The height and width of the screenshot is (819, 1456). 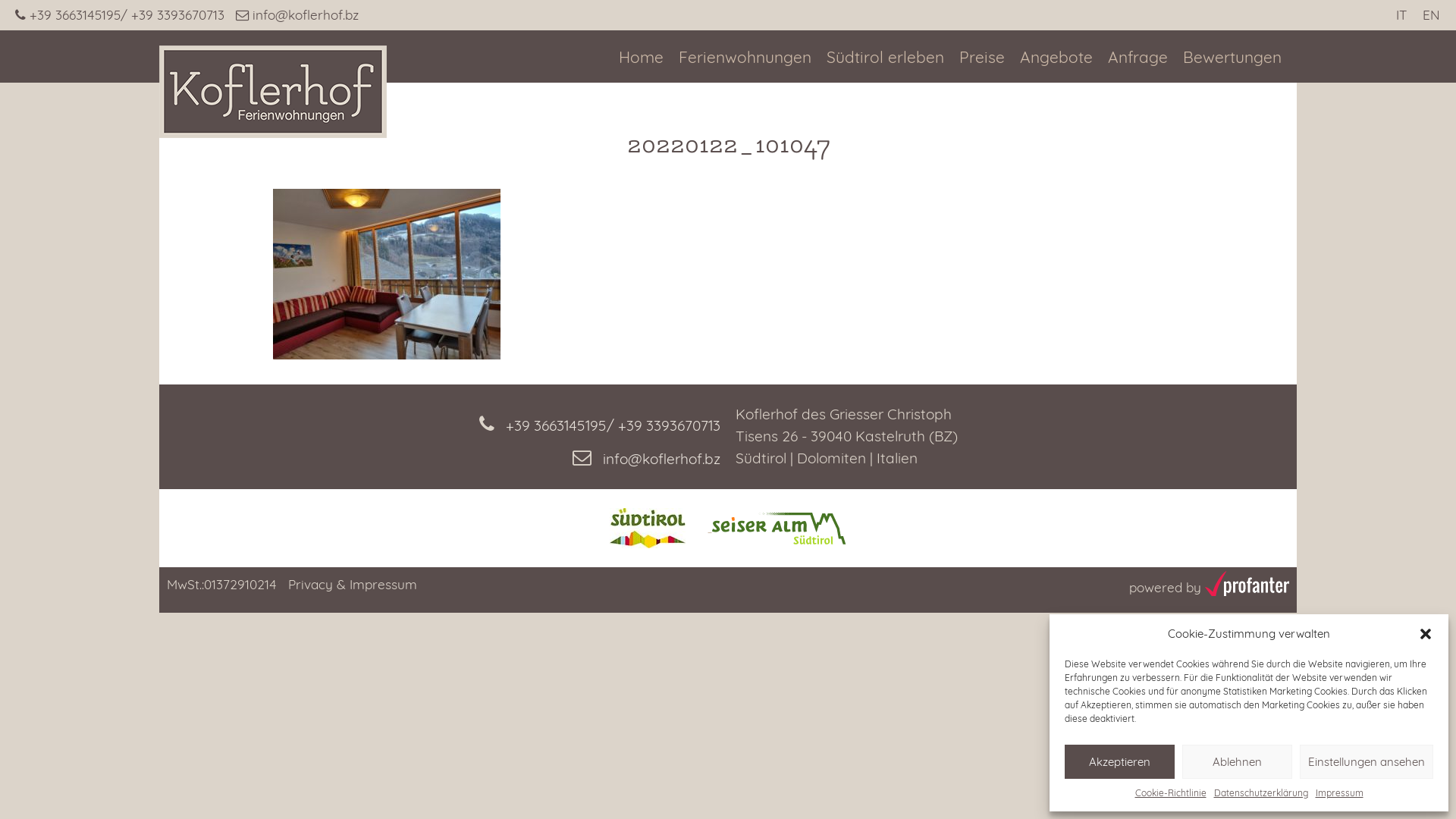 What do you see at coordinates (1430, 14) in the screenshot?
I see `'EN'` at bounding box center [1430, 14].